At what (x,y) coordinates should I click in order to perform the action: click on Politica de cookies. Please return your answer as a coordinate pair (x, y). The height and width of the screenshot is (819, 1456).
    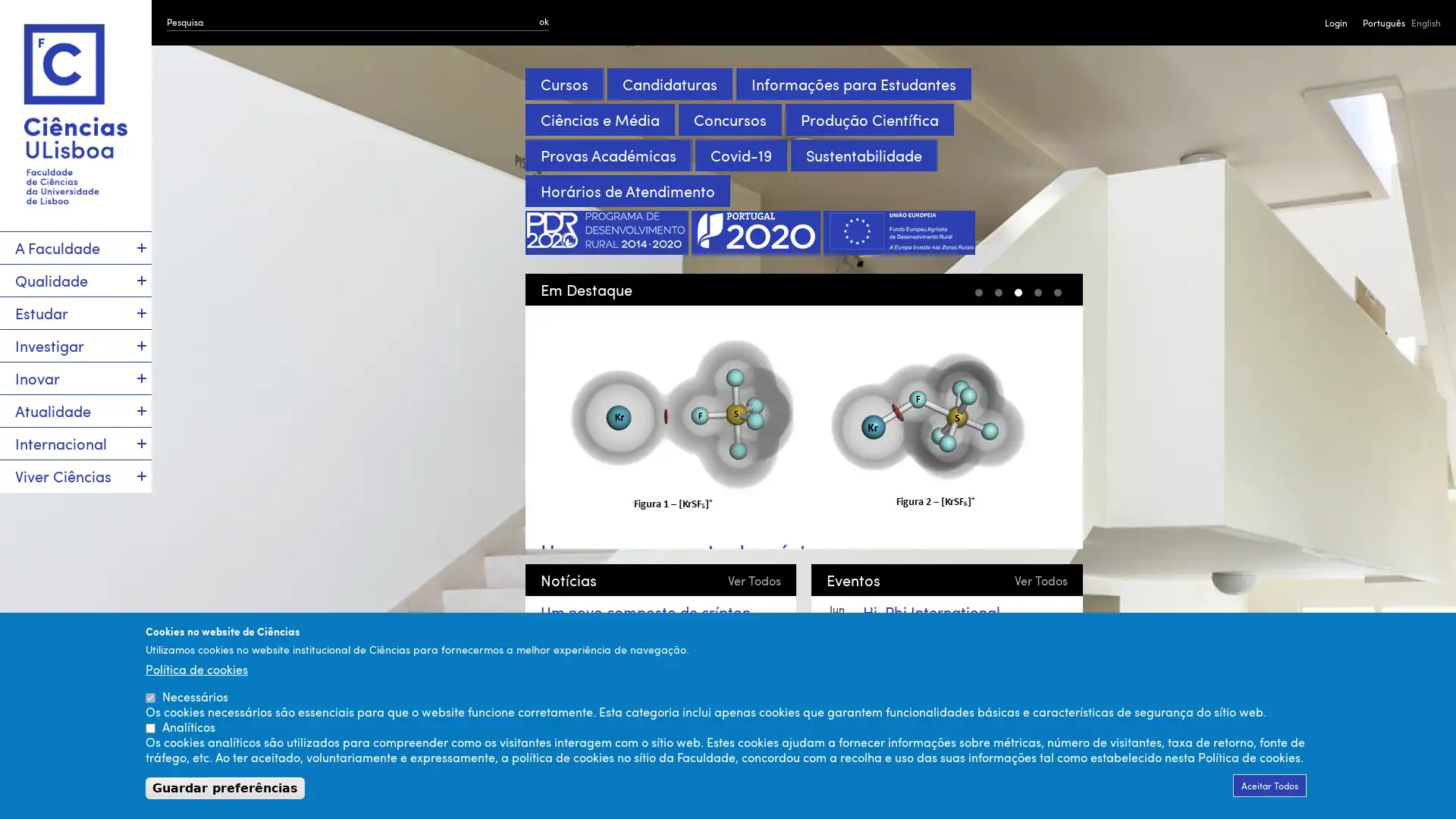
    Looking at the image, I should click on (196, 668).